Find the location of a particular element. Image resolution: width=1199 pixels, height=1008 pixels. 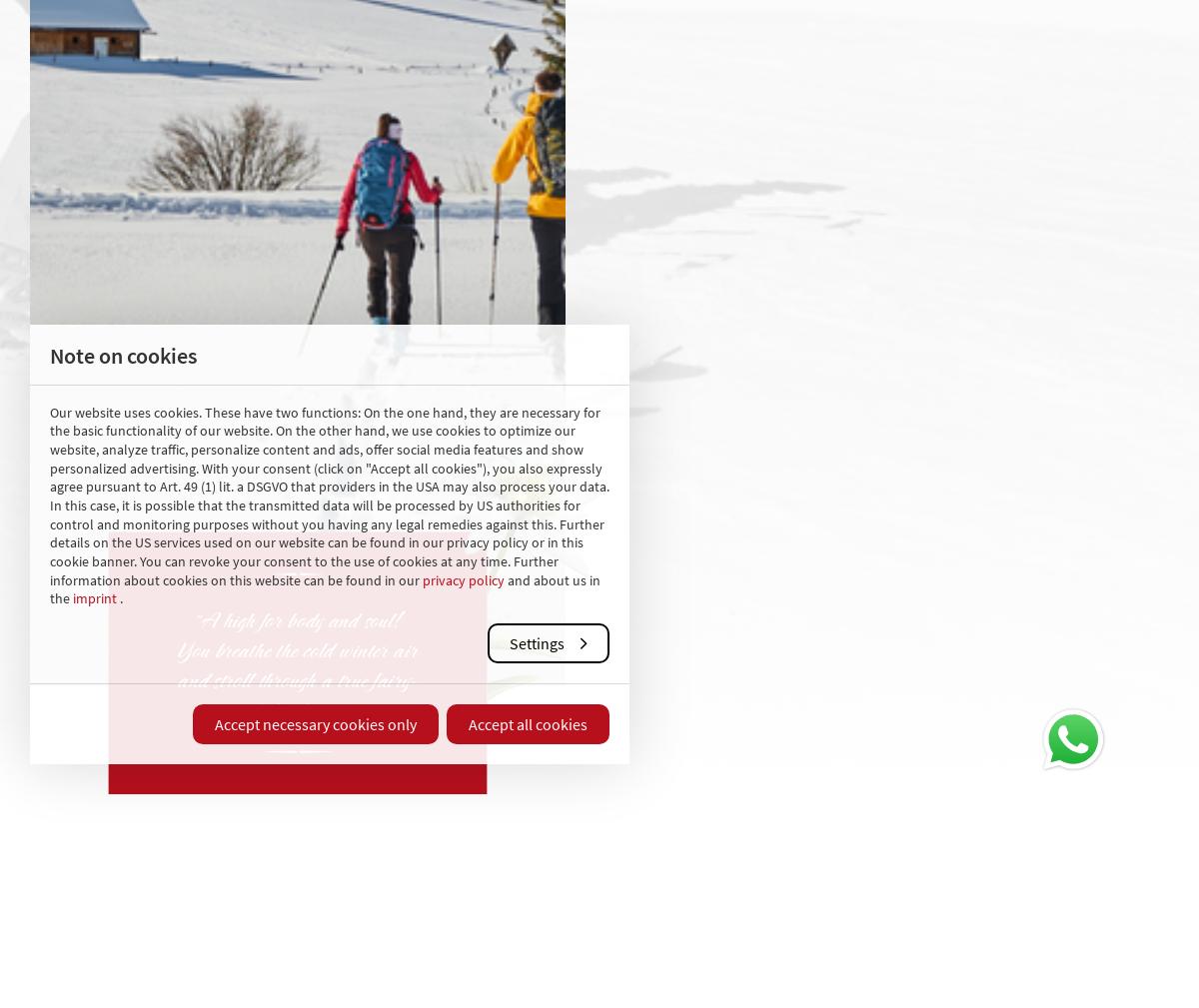

'Folk Heritage' is located at coordinates (431, 938).